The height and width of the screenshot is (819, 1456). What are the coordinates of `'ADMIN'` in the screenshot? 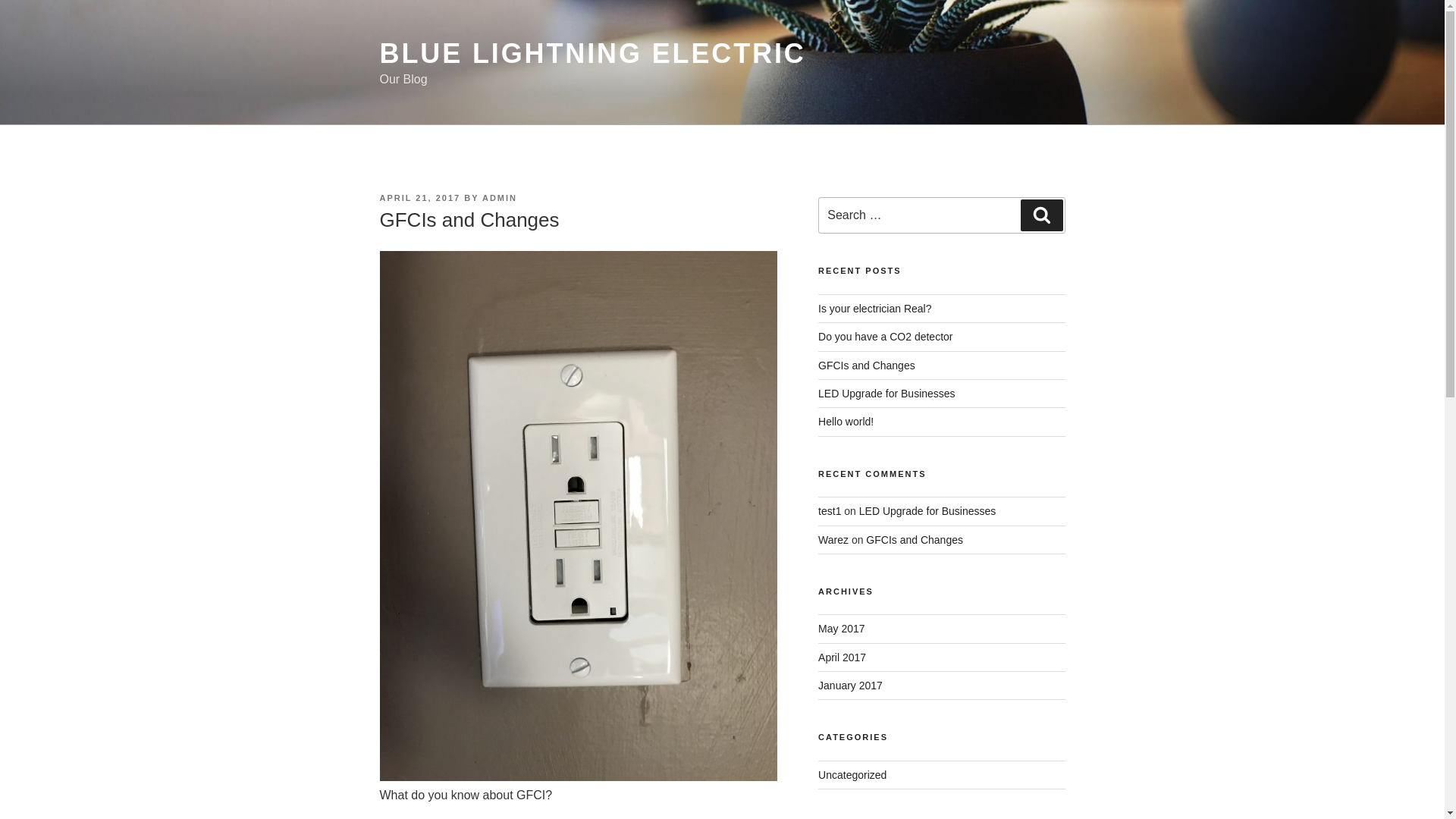 It's located at (481, 197).